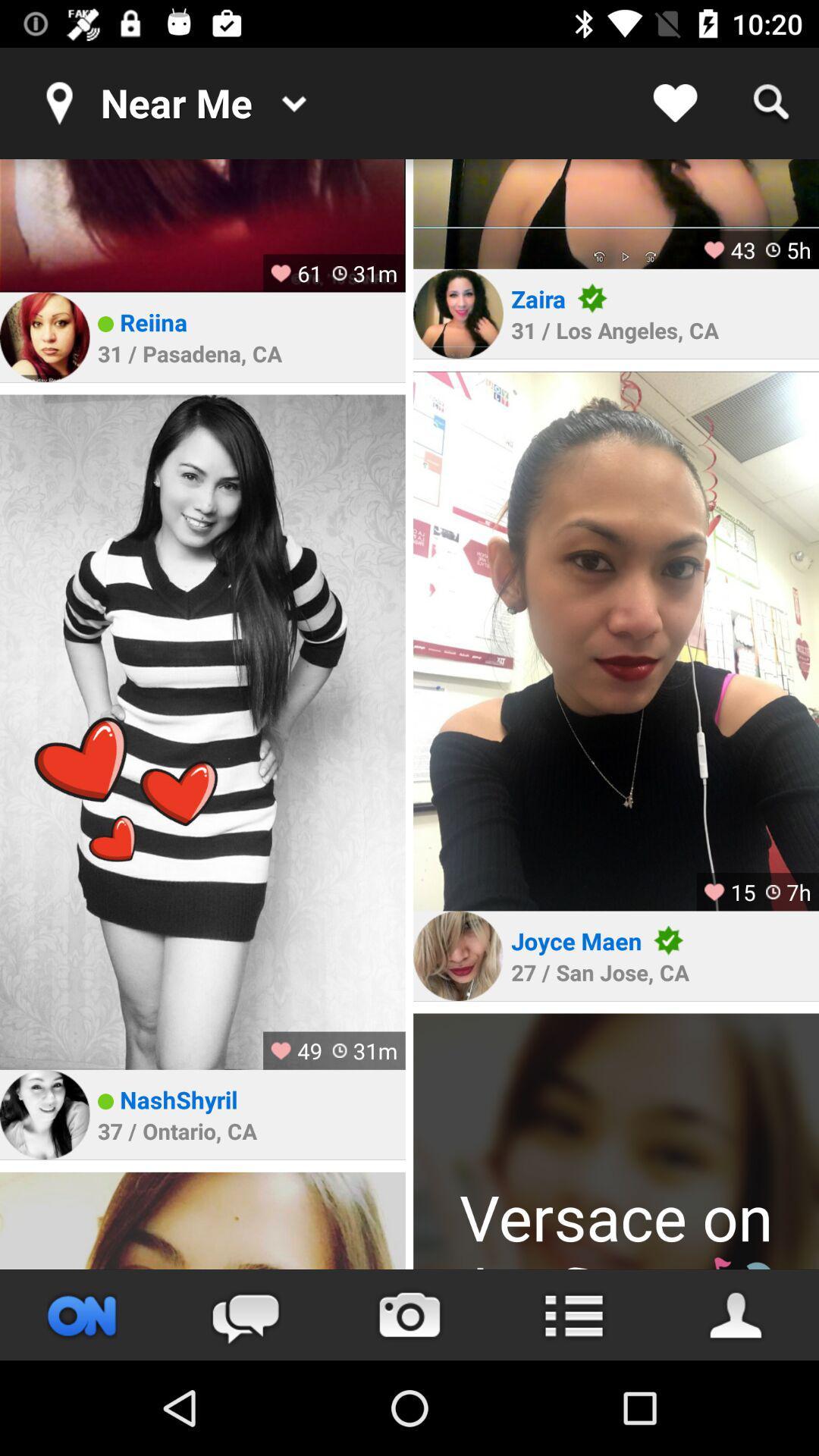 This screenshot has width=819, height=1456. What do you see at coordinates (202, 732) in the screenshot?
I see `user profile` at bounding box center [202, 732].